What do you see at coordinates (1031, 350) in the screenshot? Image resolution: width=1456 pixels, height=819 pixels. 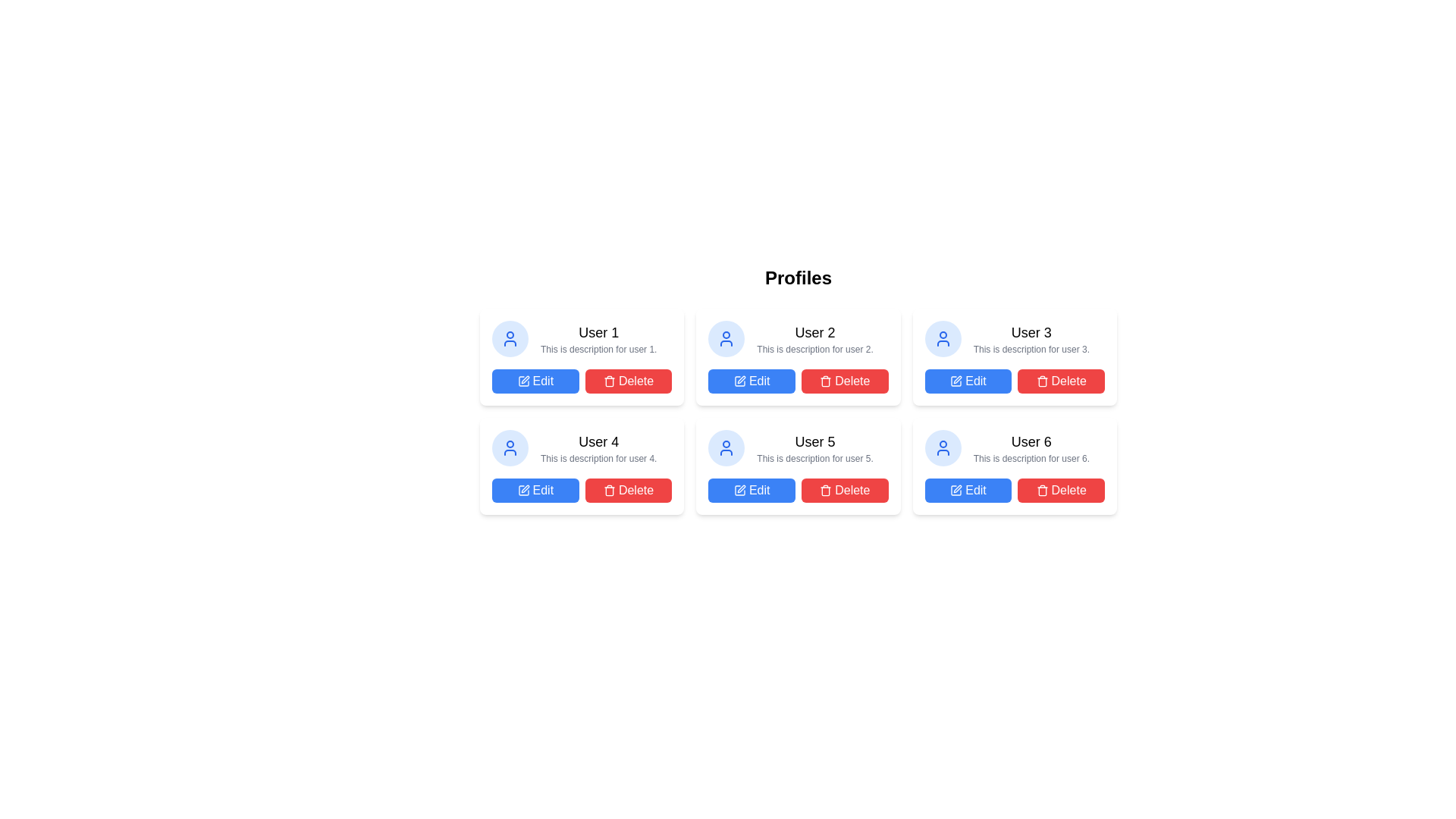 I see `the text label displaying auxiliary information for 'User 3' located below the title in the profile card in the top right corner of the profiles grid` at bounding box center [1031, 350].